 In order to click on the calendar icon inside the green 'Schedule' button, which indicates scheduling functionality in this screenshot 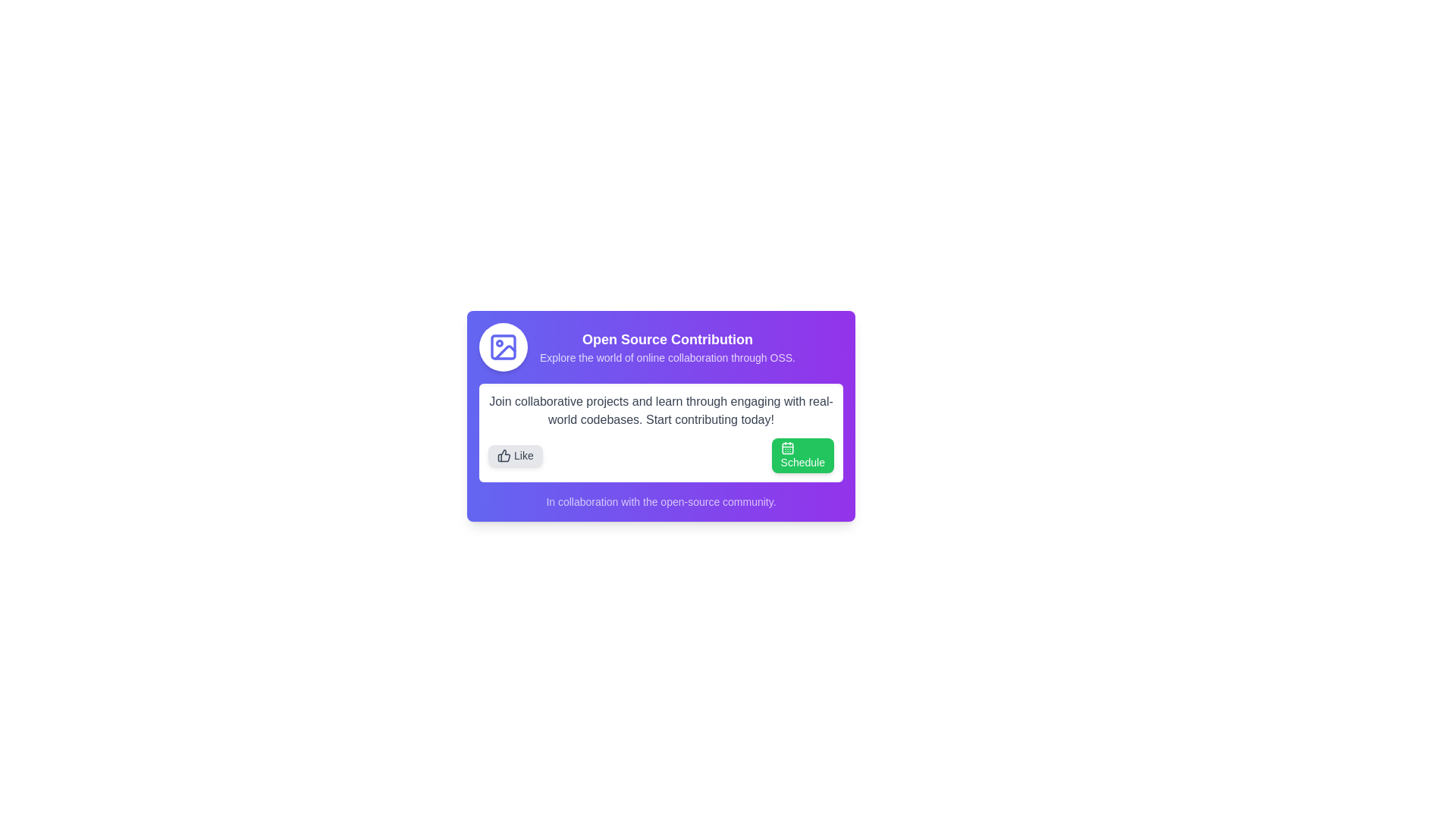, I will do `click(787, 447)`.